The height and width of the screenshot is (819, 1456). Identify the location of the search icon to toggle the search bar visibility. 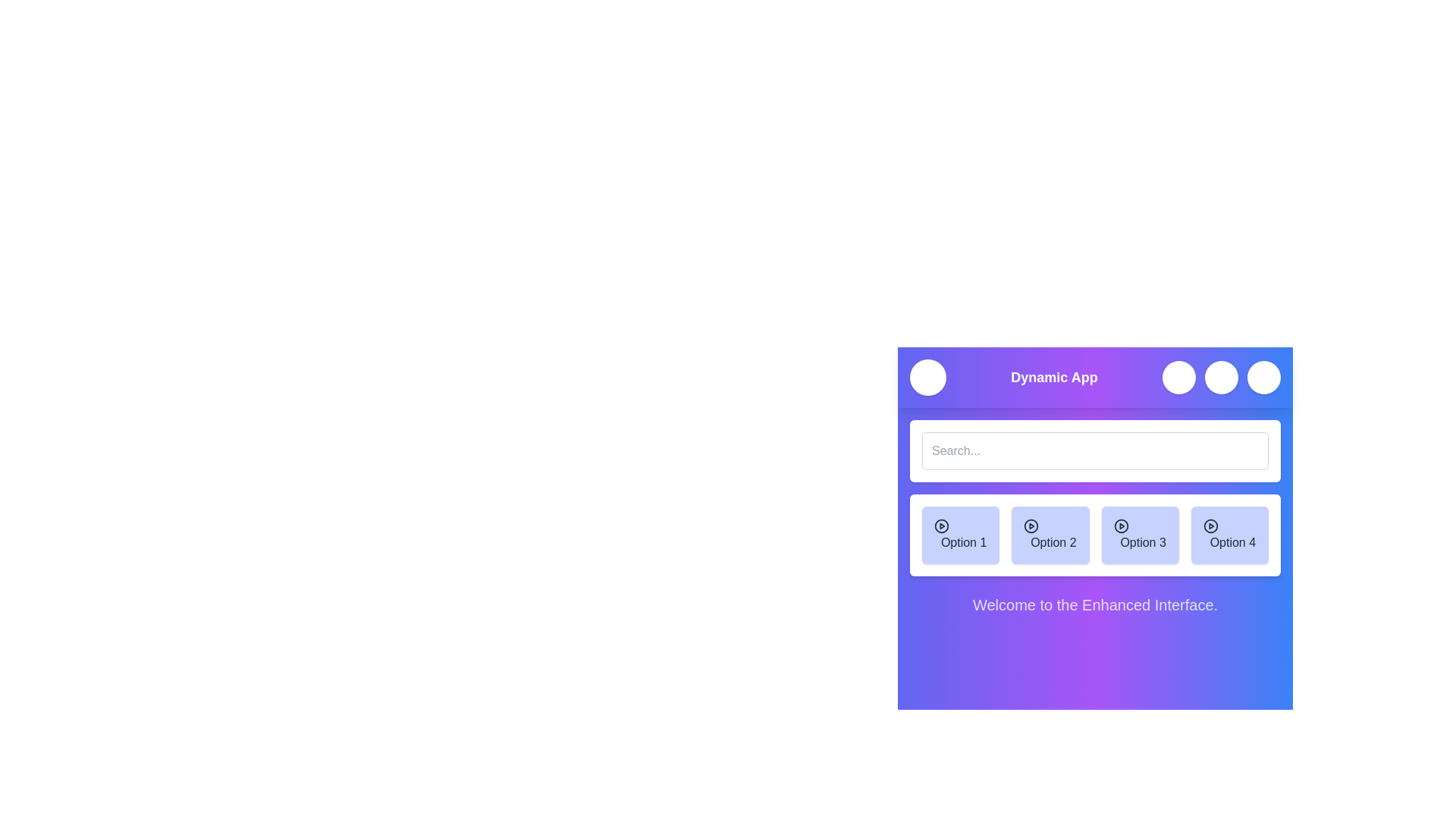
(1178, 376).